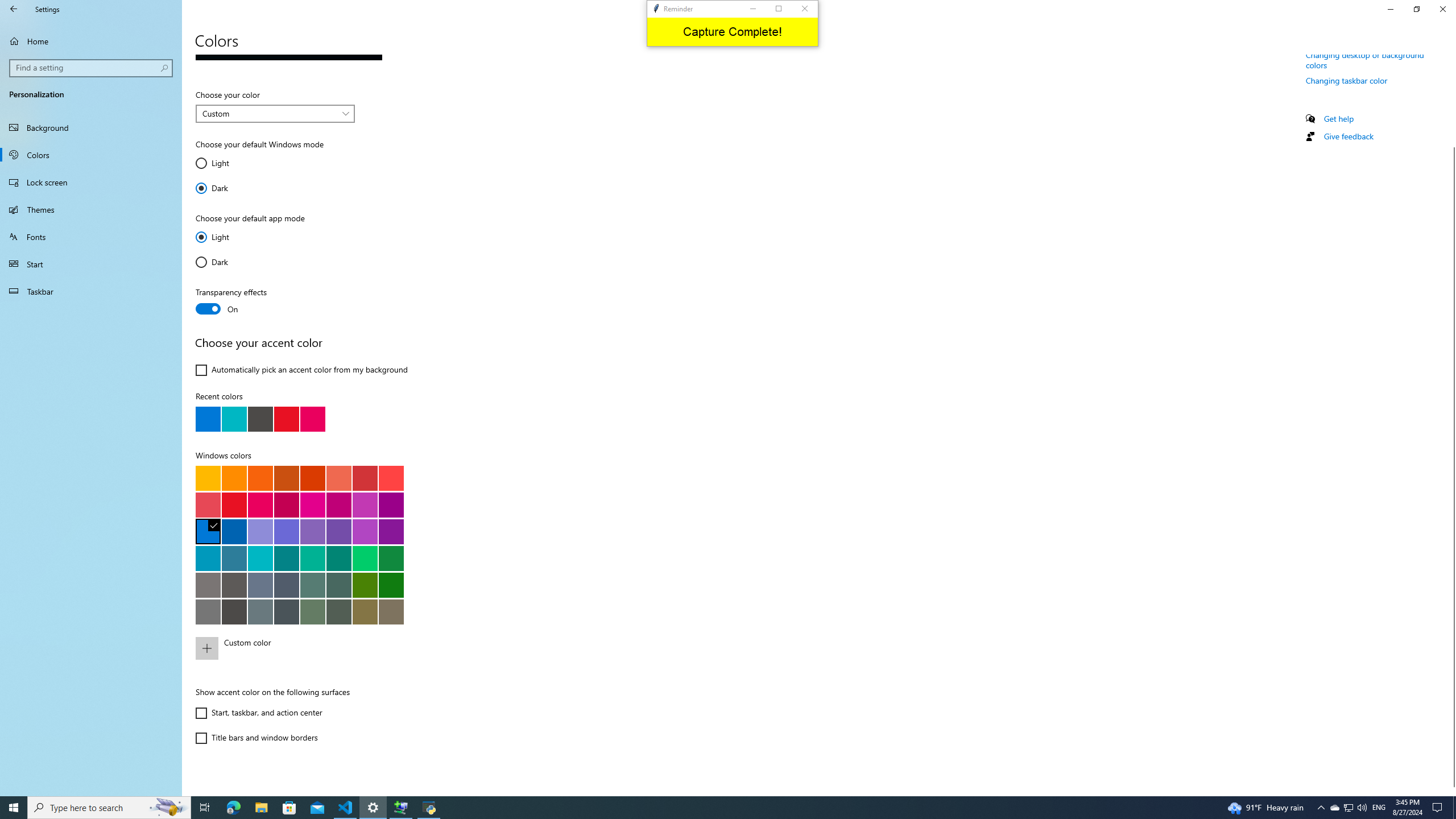 The image size is (1456, 819). I want to click on 'Iris Spring', so click(338, 531).